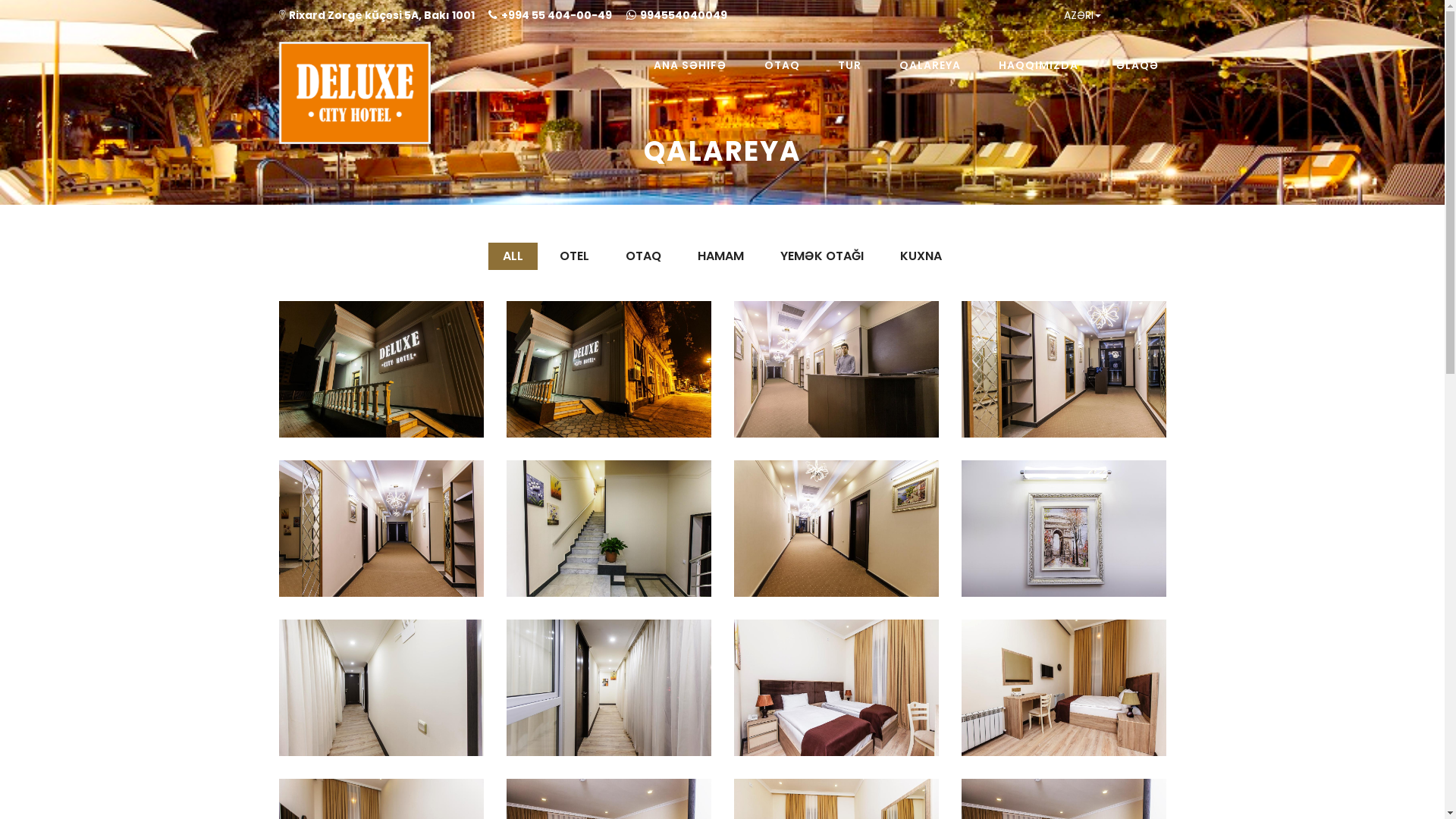  Describe the element at coordinates (1062, 528) in the screenshot. I see `'Otel'` at that location.